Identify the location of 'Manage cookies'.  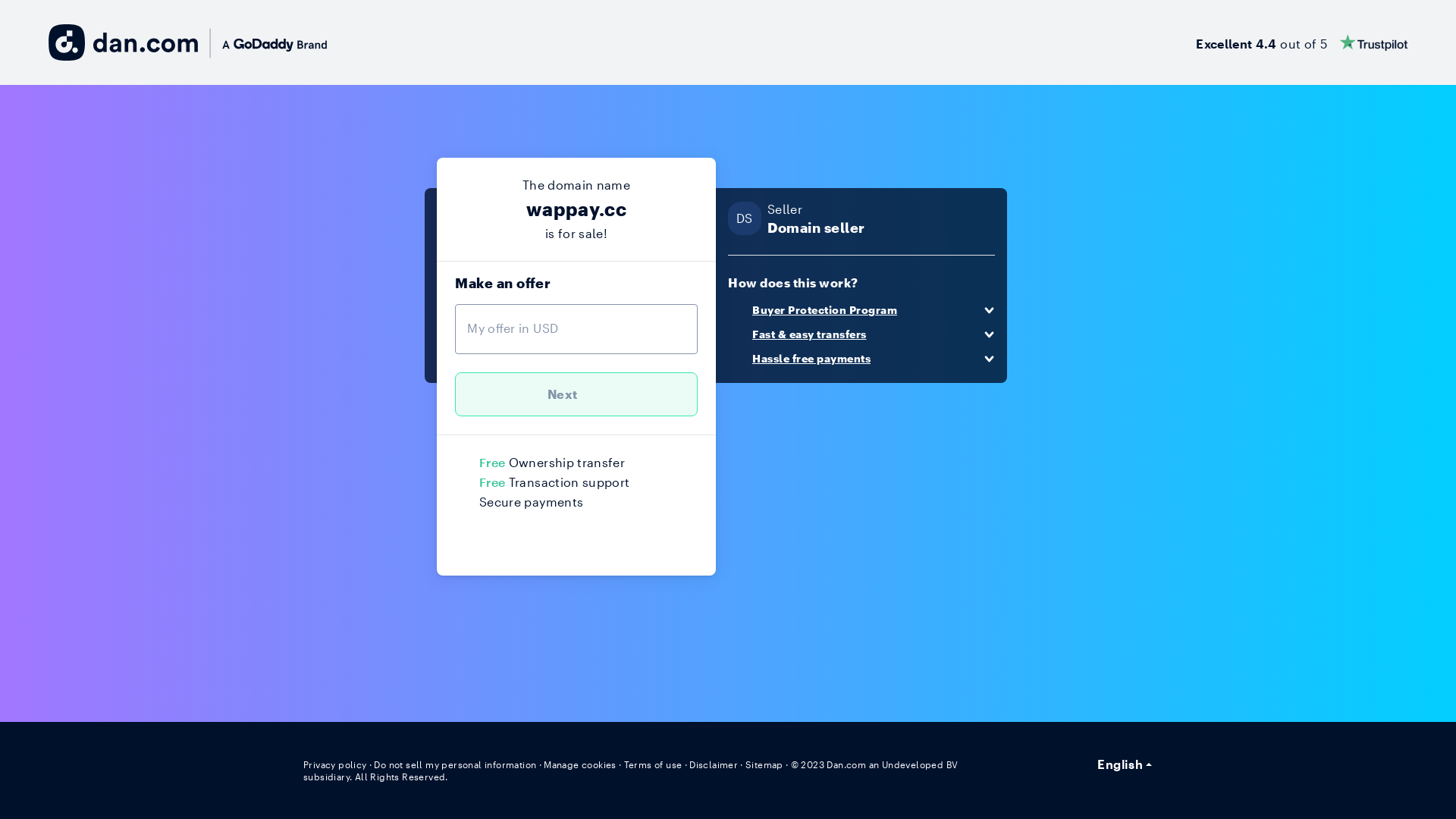
(566, 764).